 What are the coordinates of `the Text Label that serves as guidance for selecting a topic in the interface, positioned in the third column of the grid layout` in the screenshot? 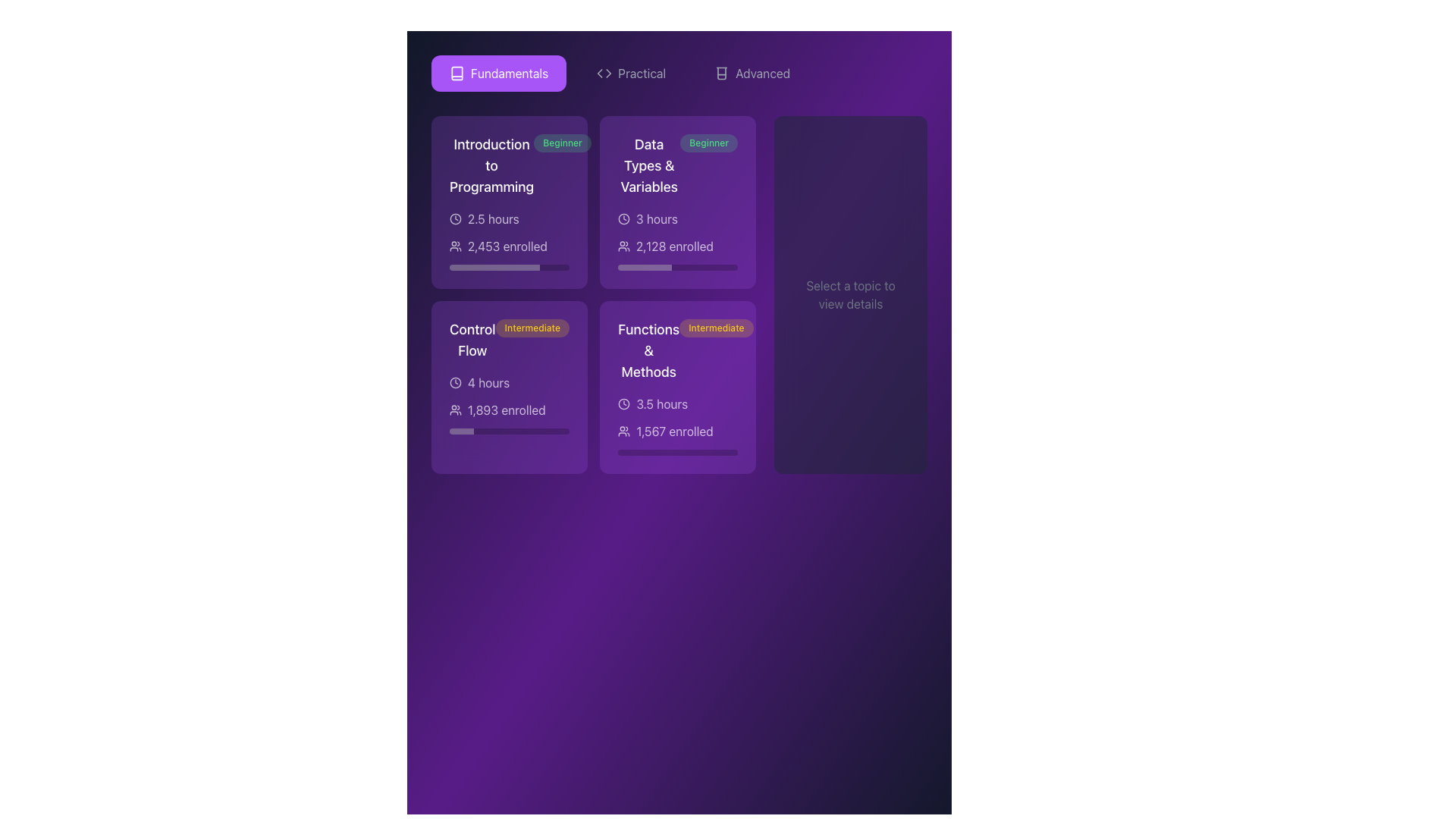 It's located at (851, 295).